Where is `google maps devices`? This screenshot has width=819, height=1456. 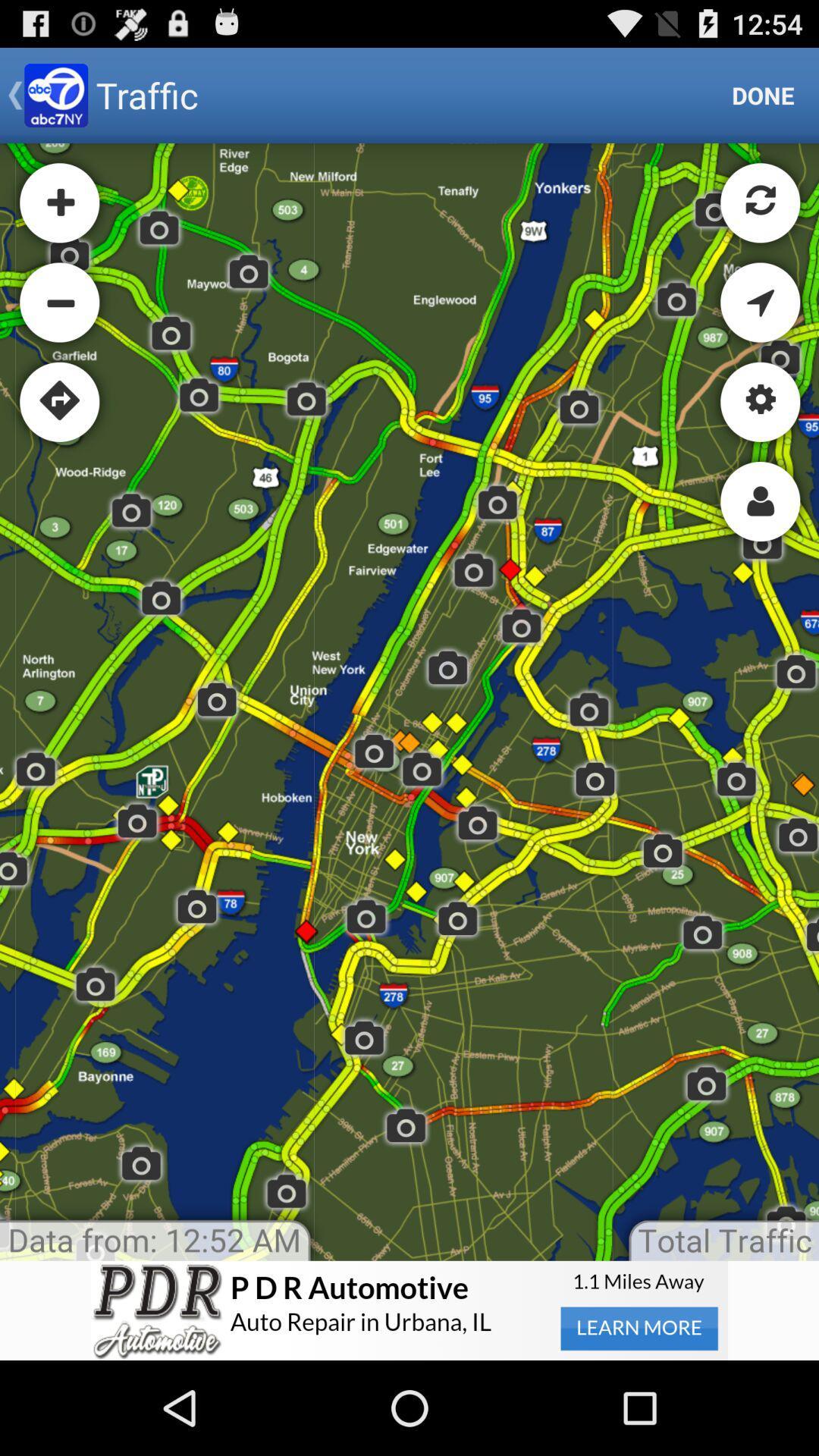
google maps devices is located at coordinates (409, 701).